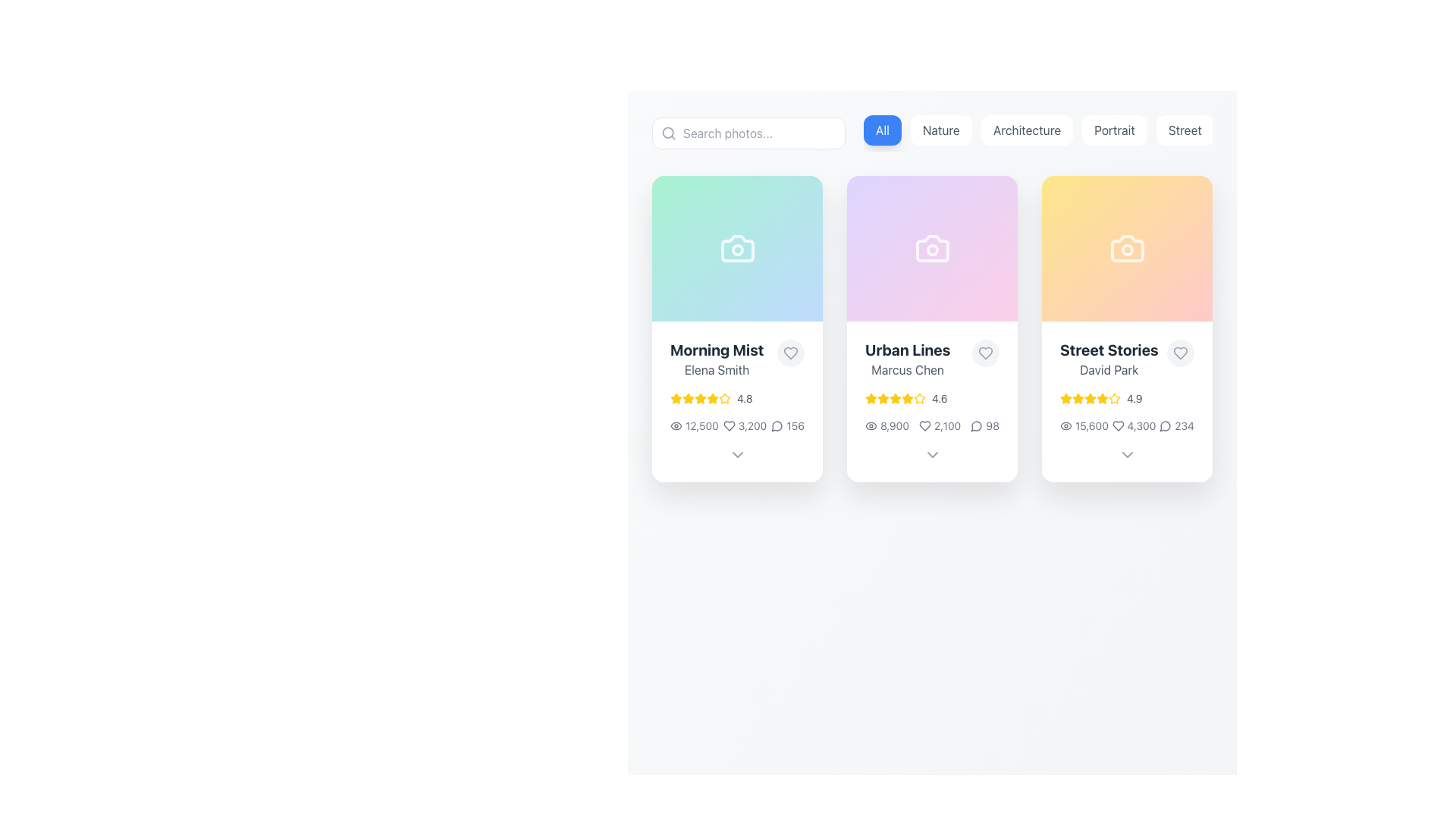  What do you see at coordinates (737, 426) in the screenshot?
I see `the Text-label group with icons displaying view count, likes count, and comment count located at the bottom of the 'Morning Mist' card` at bounding box center [737, 426].